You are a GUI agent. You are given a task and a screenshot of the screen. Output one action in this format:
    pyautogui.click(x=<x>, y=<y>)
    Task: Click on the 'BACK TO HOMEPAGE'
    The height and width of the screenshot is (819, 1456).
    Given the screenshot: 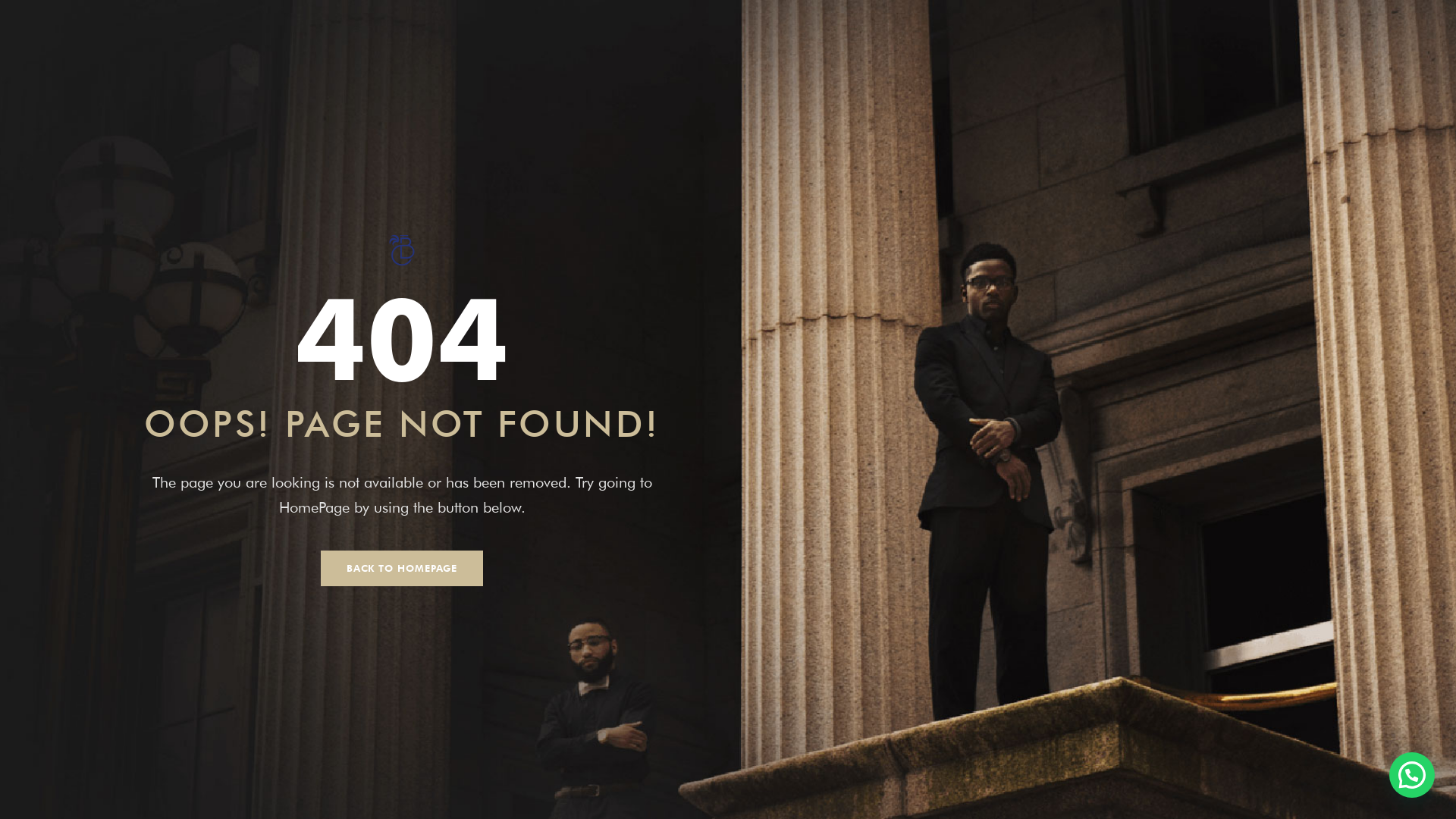 What is the action you would take?
    pyautogui.click(x=402, y=568)
    